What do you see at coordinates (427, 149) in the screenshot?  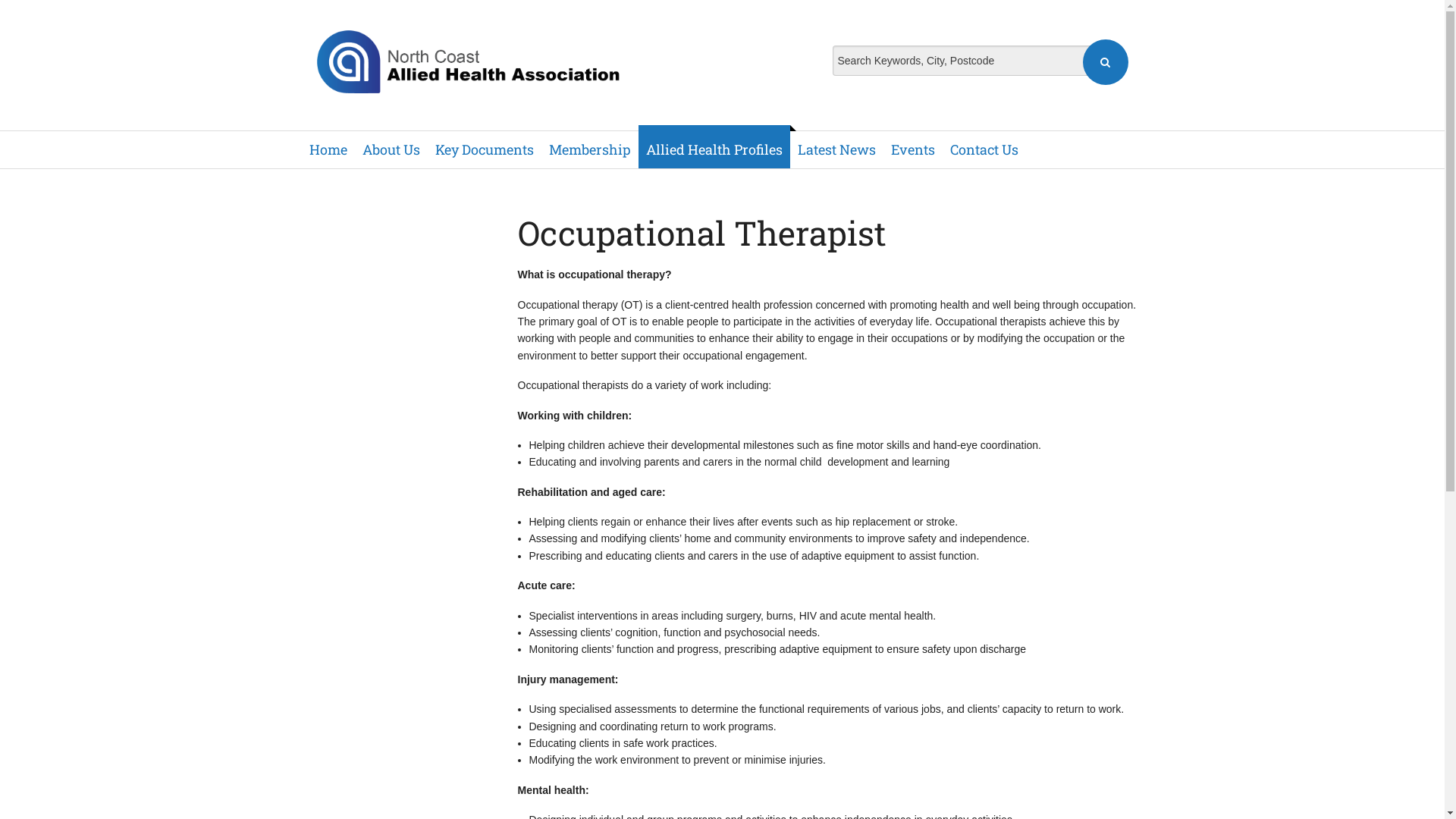 I see `'Key Documents'` at bounding box center [427, 149].